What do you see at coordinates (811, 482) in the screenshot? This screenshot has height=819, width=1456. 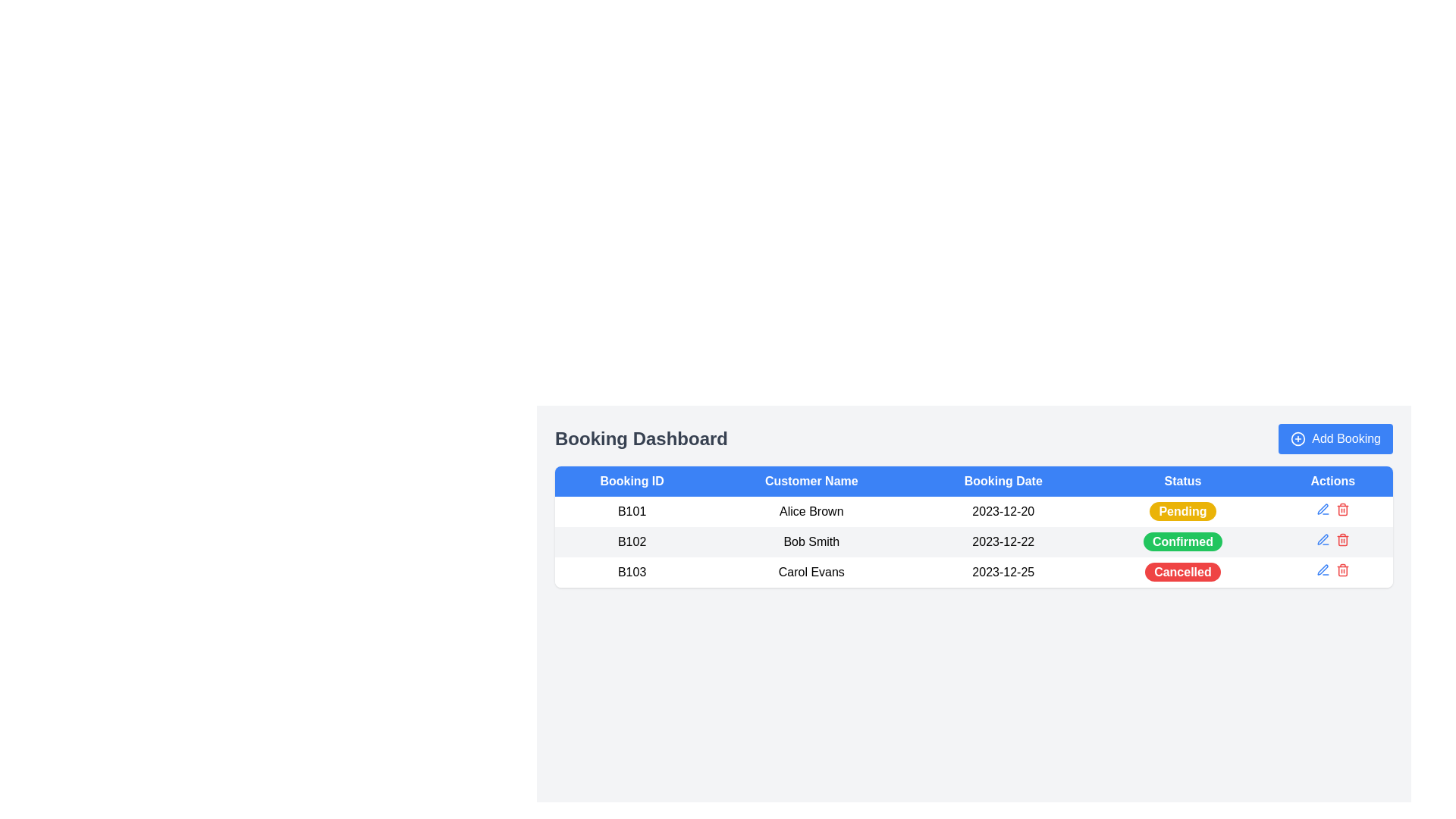 I see `the second column header in the data table that indicates customer names, located between the 'Booking ID' and 'Booking Date' columns` at bounding box center [811, 482].